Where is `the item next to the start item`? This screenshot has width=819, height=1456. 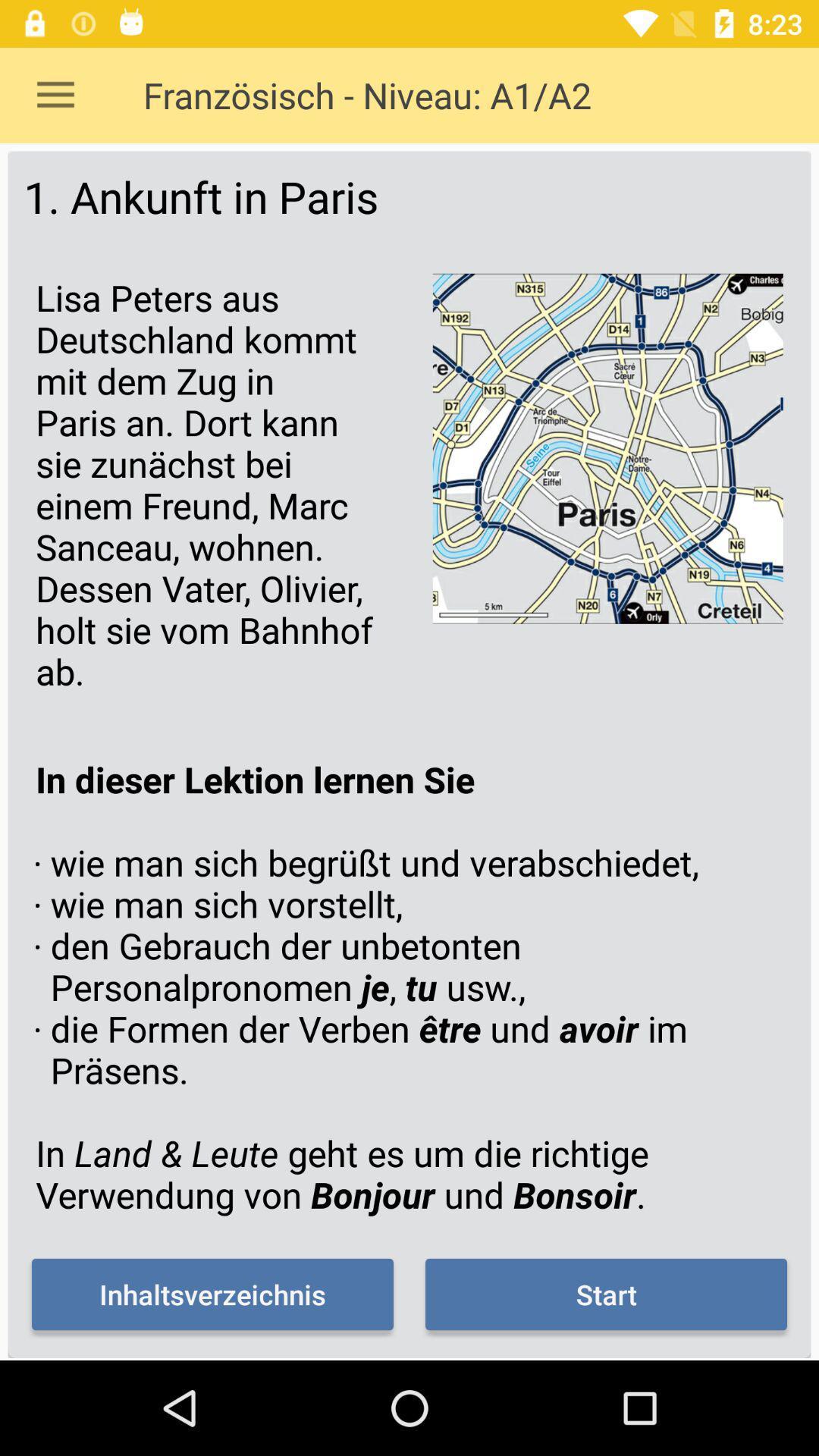
the item next to the start item is located at coordinates (212, 1294).